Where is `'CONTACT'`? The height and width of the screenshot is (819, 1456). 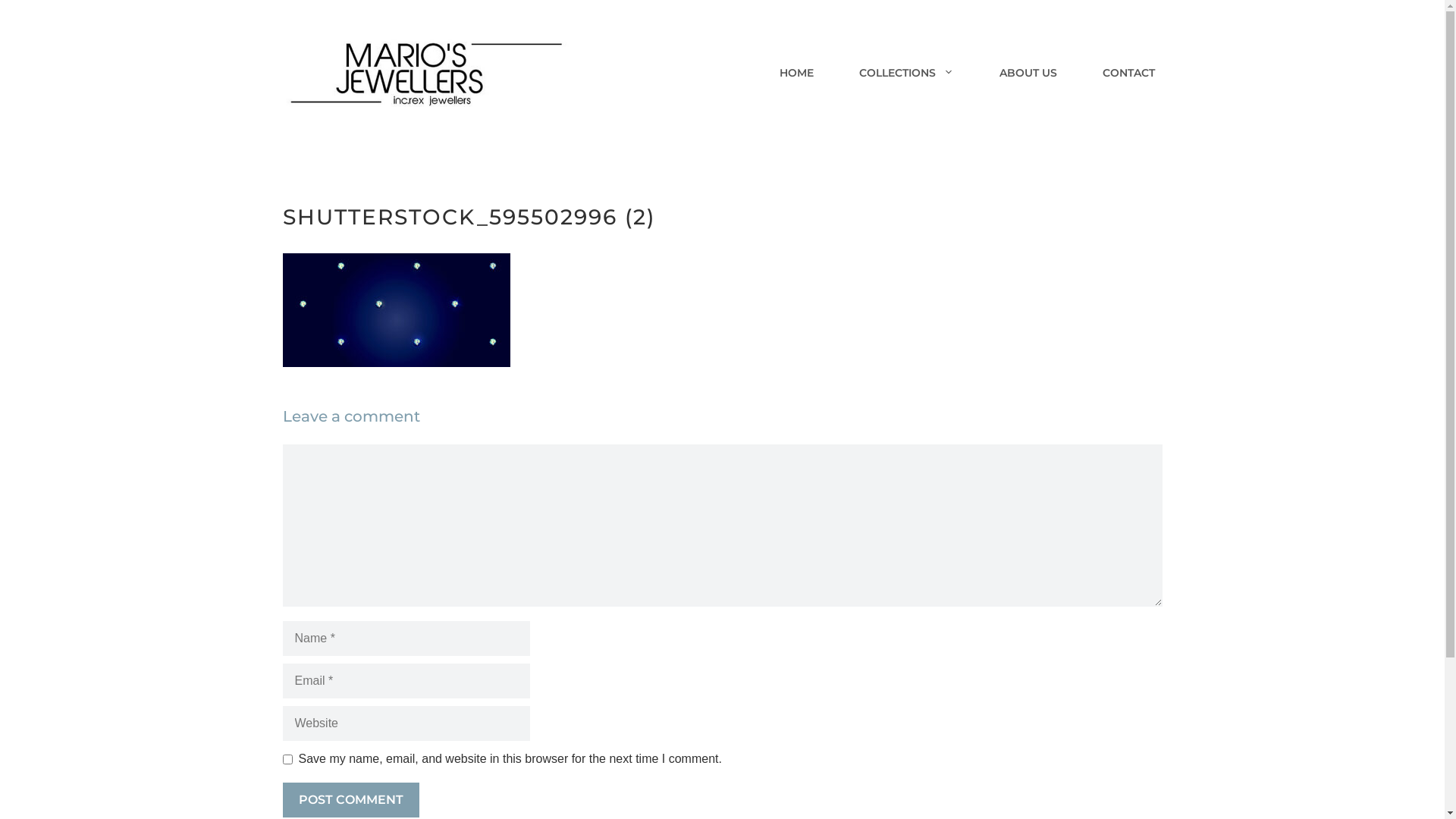
'CONTACT' is located at coordinates (1079, 72).